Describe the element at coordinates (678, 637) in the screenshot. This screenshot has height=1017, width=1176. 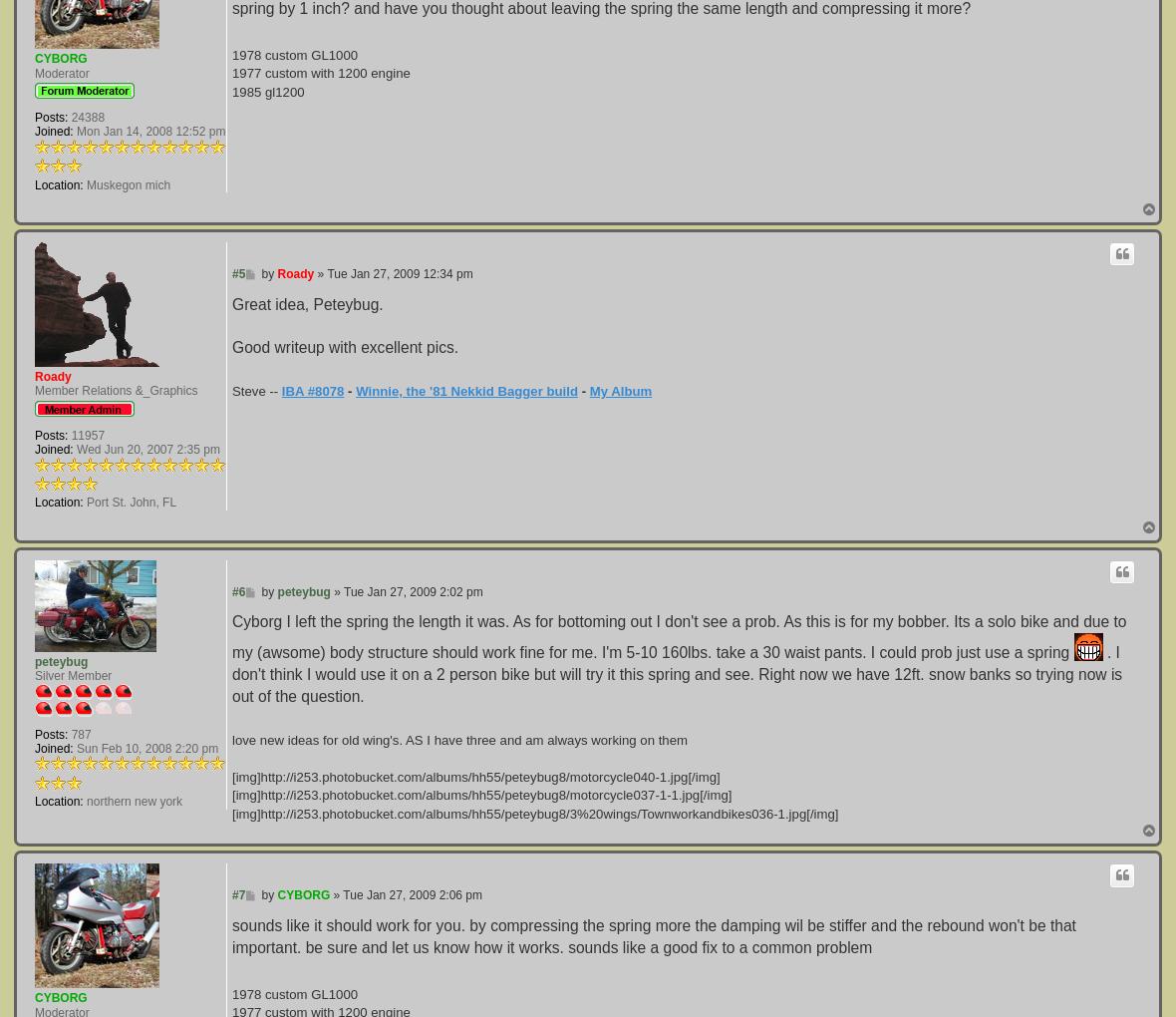
I see `'Cyborg I left the spring the length it was. As for bottoming out I don't see a prob. As this is for my bobber. Its a solo bike and due to my (awsome) body structure should work fine for me. I'm 5-10 160lbs. take a 30 waist pants. I could prob just use a spring'` at that location.